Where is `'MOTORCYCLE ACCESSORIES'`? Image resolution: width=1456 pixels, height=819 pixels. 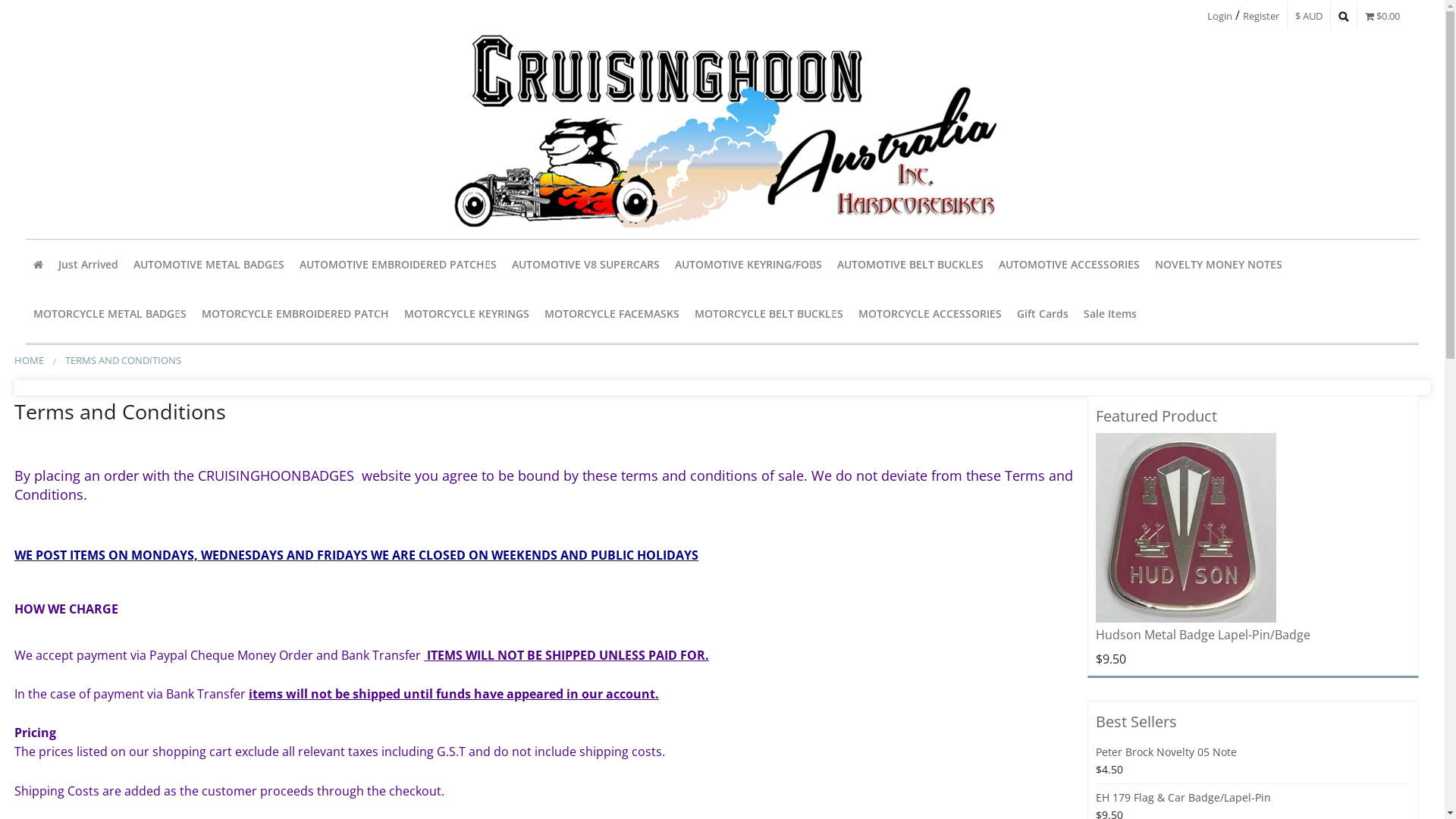 'MOTORCYCLE ACCESSORIES' is located at coordinates (929, 312).